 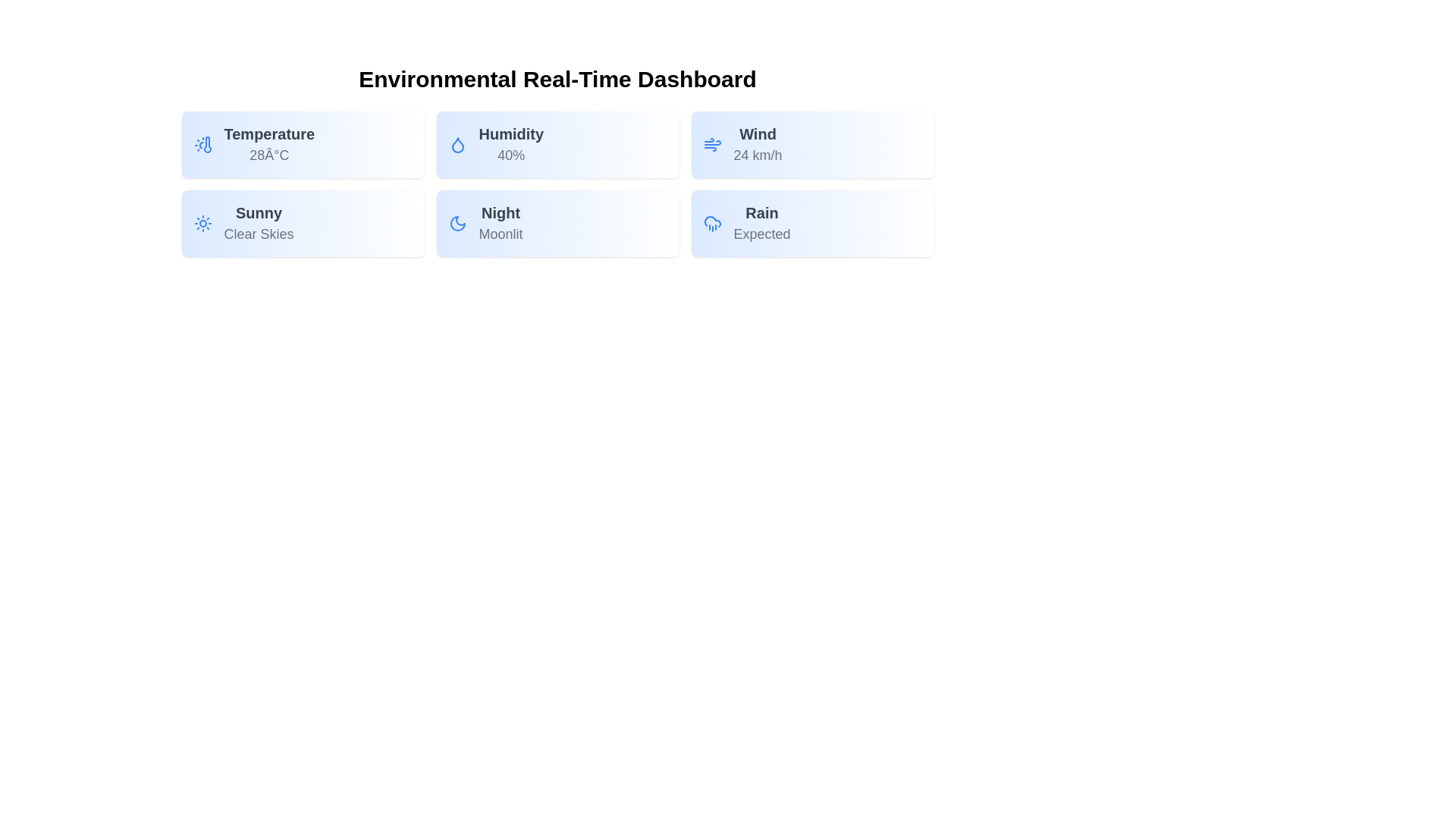 What do you see at coordinates (269, 133) in the screenshot?
I see `the temperature label located at the top left of the weather information card in the grid layout` at bounding box center [269, 133].